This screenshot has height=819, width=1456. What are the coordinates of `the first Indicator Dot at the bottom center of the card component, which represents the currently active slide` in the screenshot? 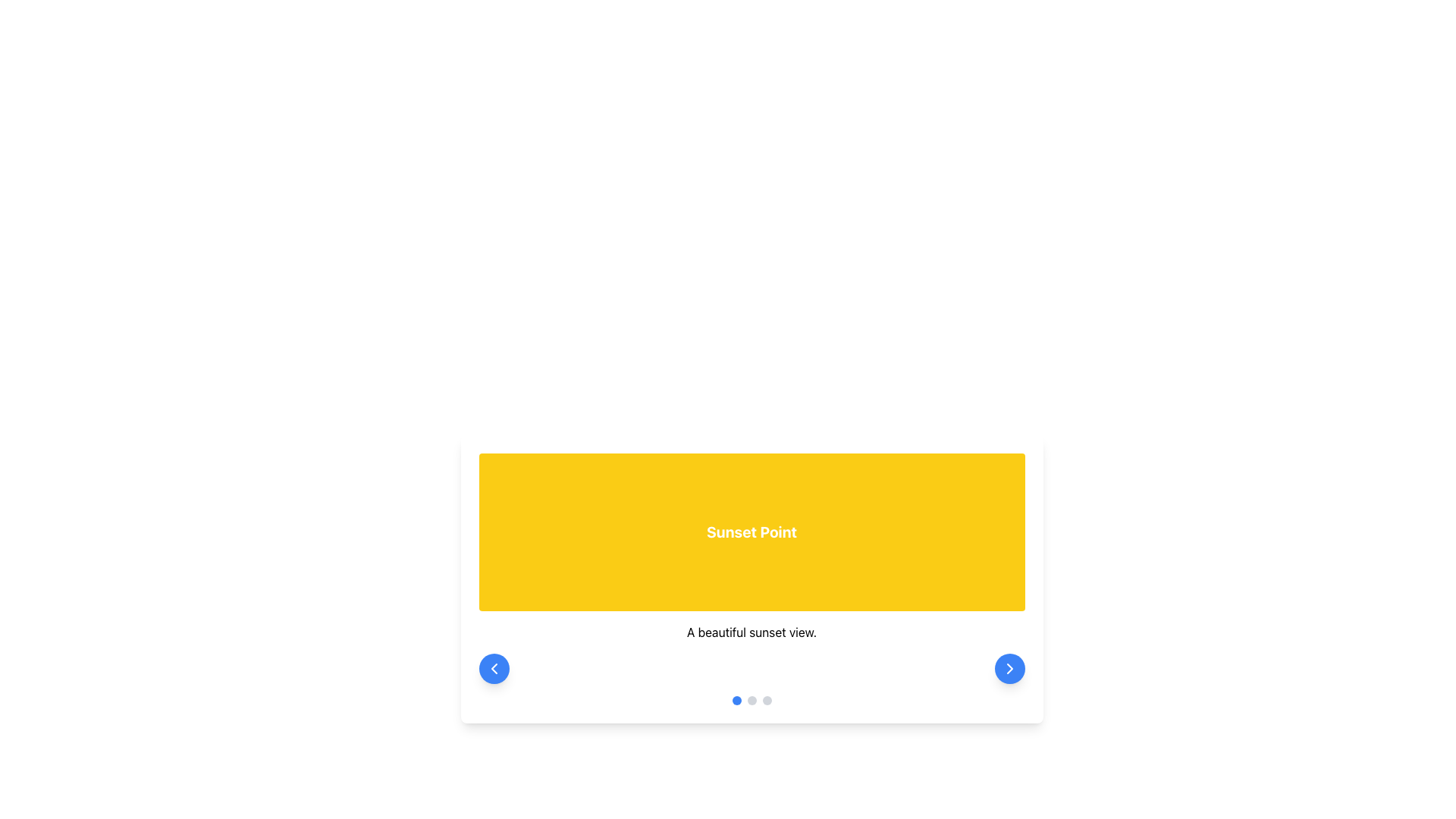 It's located at (736, 701).